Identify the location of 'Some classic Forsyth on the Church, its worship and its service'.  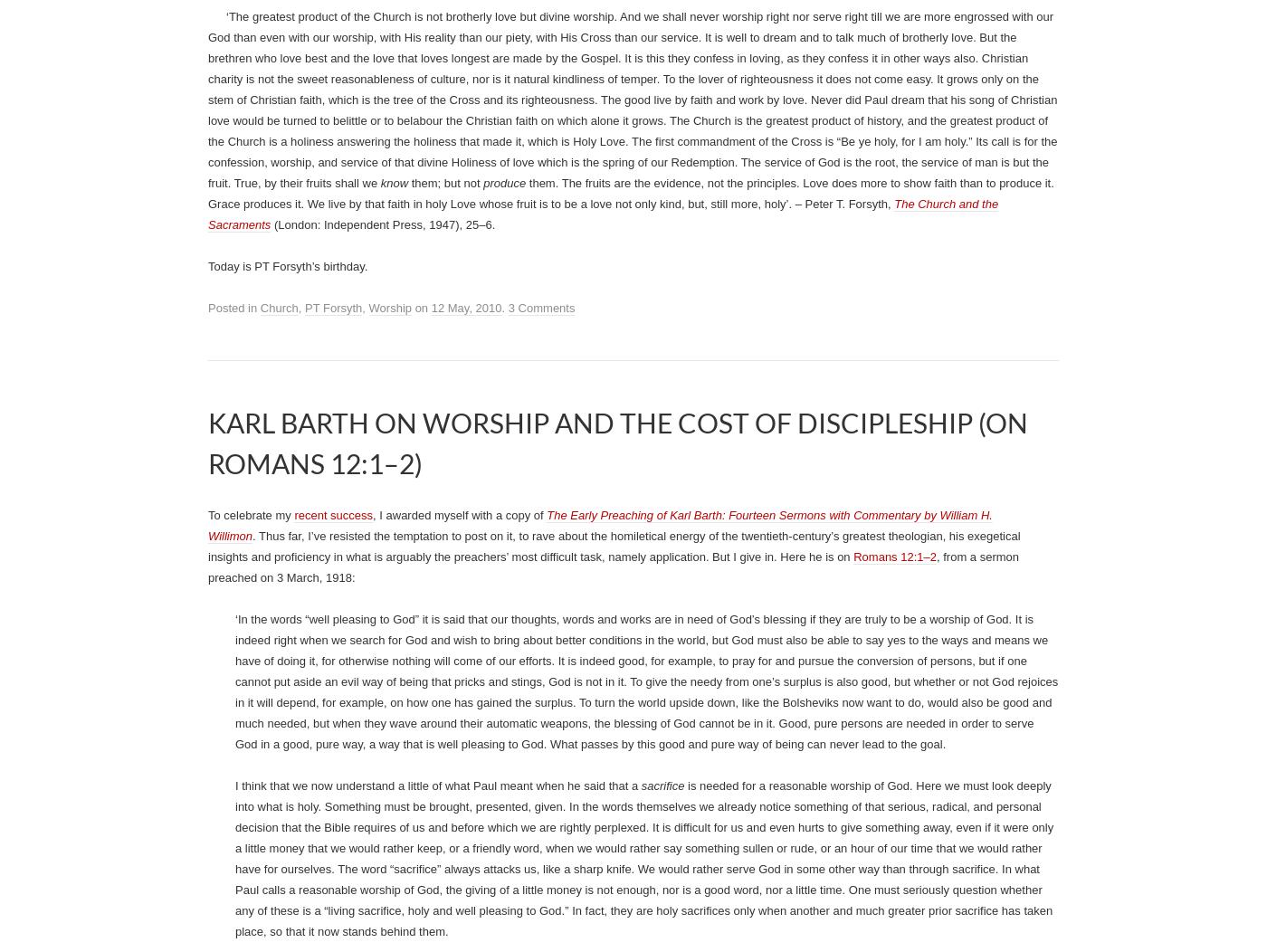
(604, 638).